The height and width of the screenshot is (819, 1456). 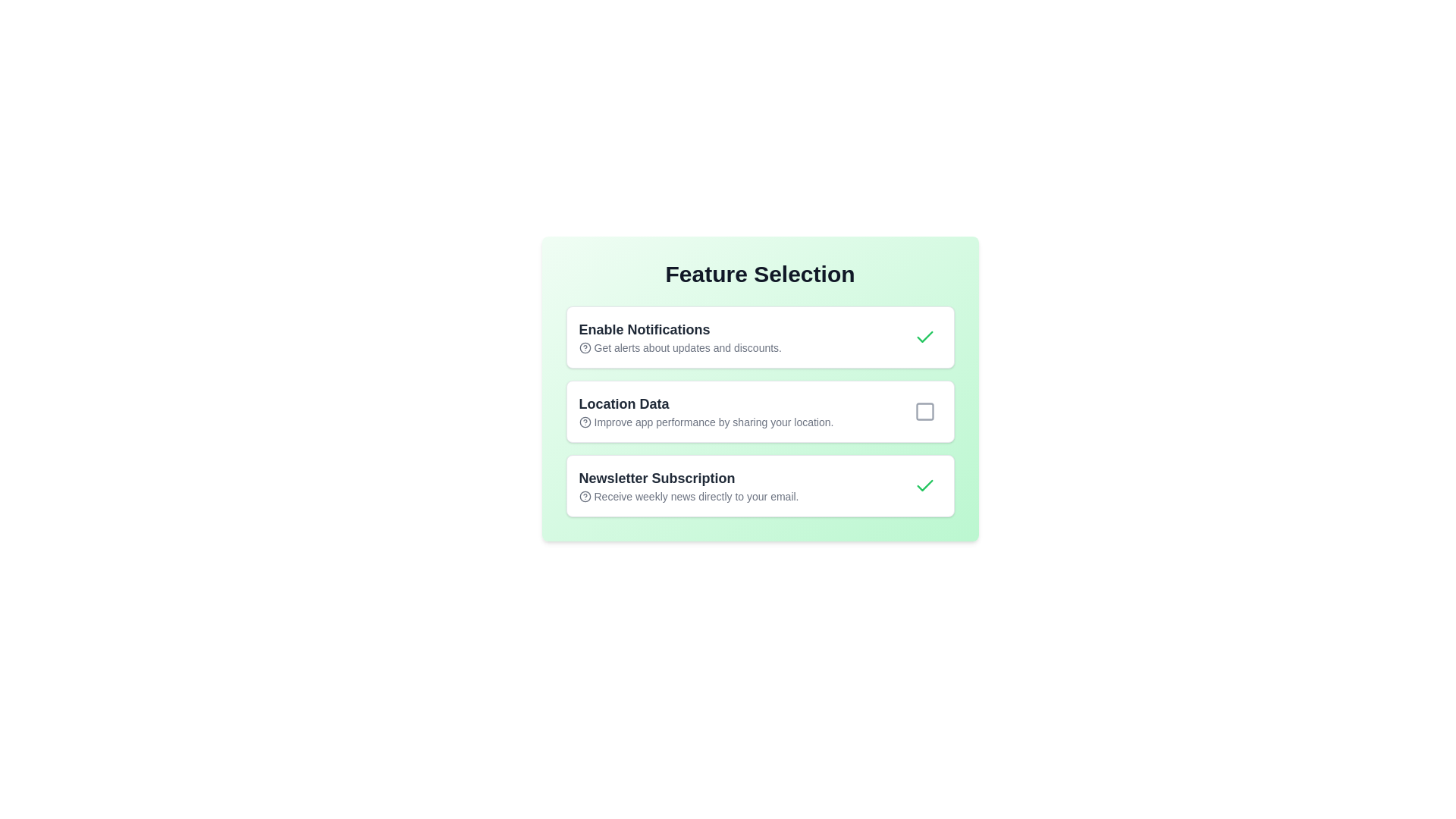 I want to click on the Text Label that serves as the title for the newsletter subscription section, located near the bottom of the options list and aligned with other headers, so click(x=688, y=479).